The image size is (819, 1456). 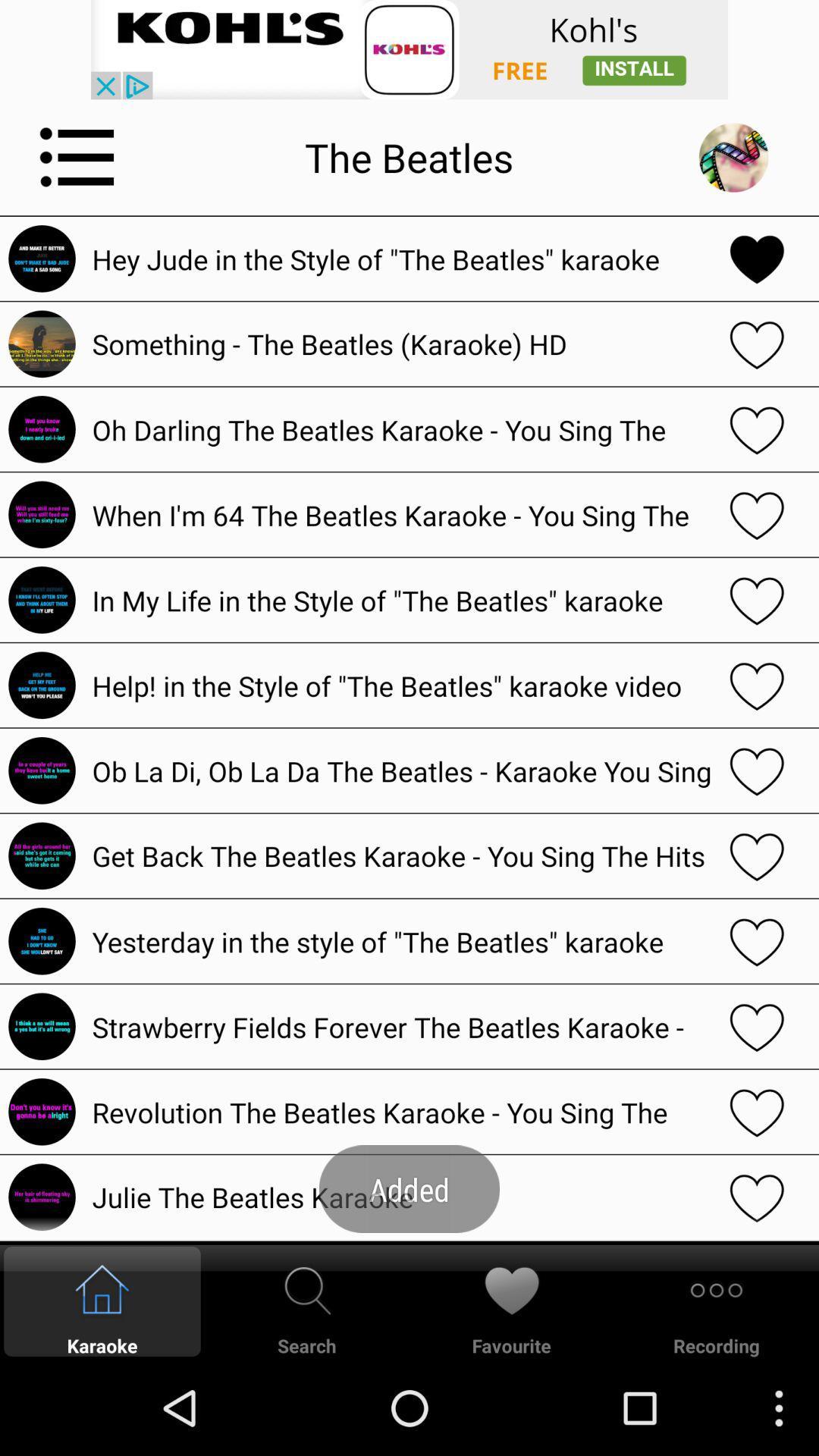 I want to click on to favorites, so click(x=757, y=684).